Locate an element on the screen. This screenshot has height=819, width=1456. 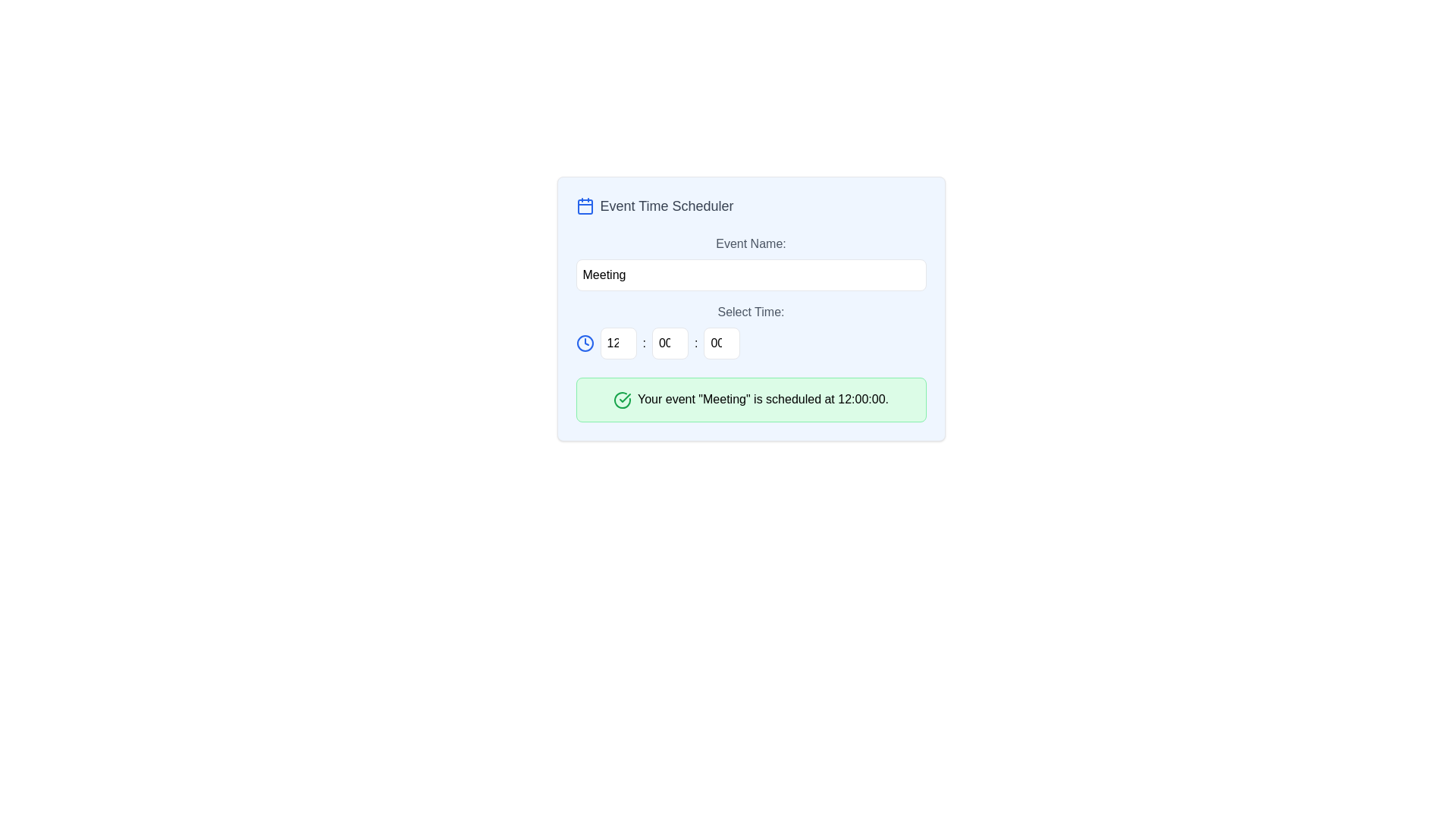
the outer boundary circle of the clock icon located to the left of the '12' dropdown input is located at coordinates (584, 343).